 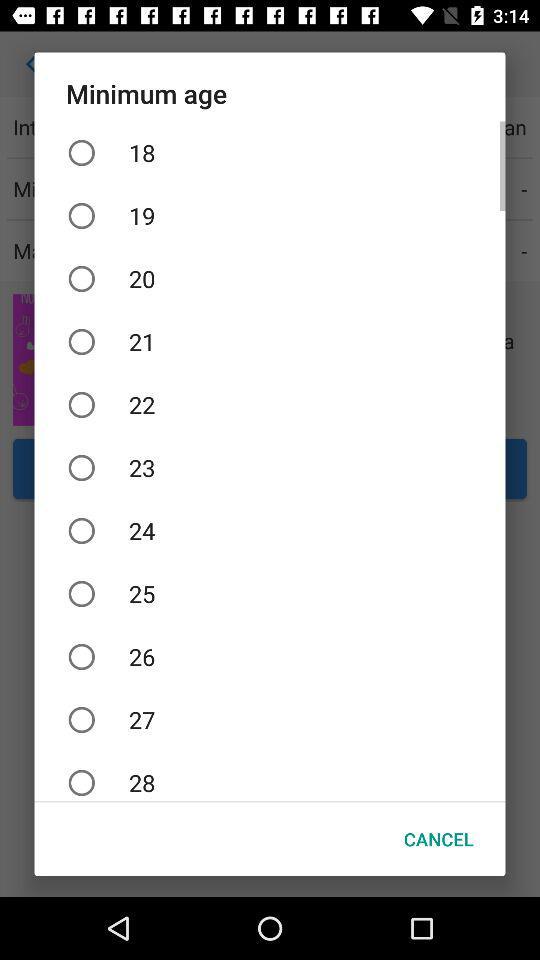 I want to click on the cancel button, so click(x=437, y=839).